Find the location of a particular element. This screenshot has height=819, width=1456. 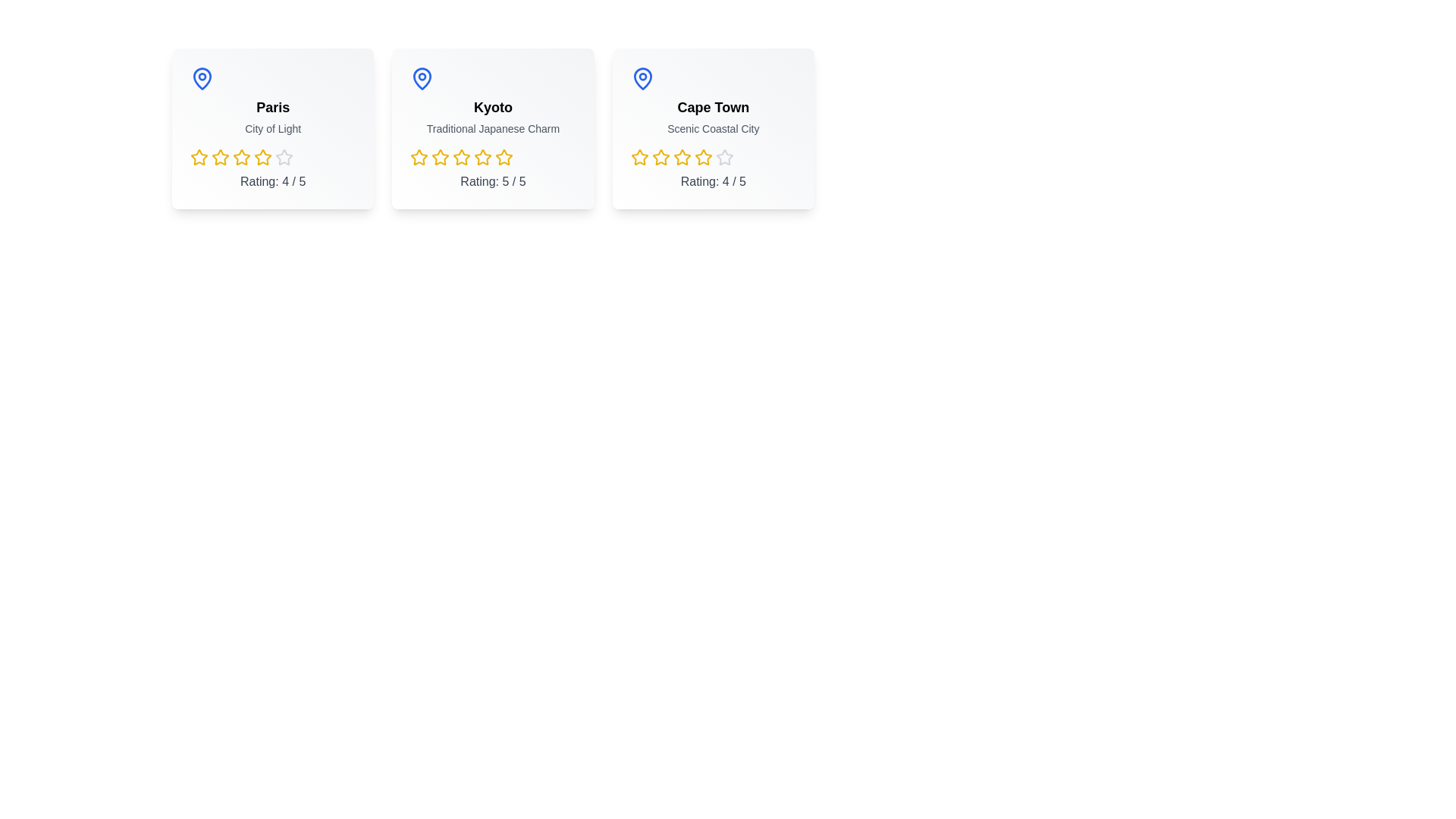

the description text of a destination to view its details is located at coordinates (273, 127).